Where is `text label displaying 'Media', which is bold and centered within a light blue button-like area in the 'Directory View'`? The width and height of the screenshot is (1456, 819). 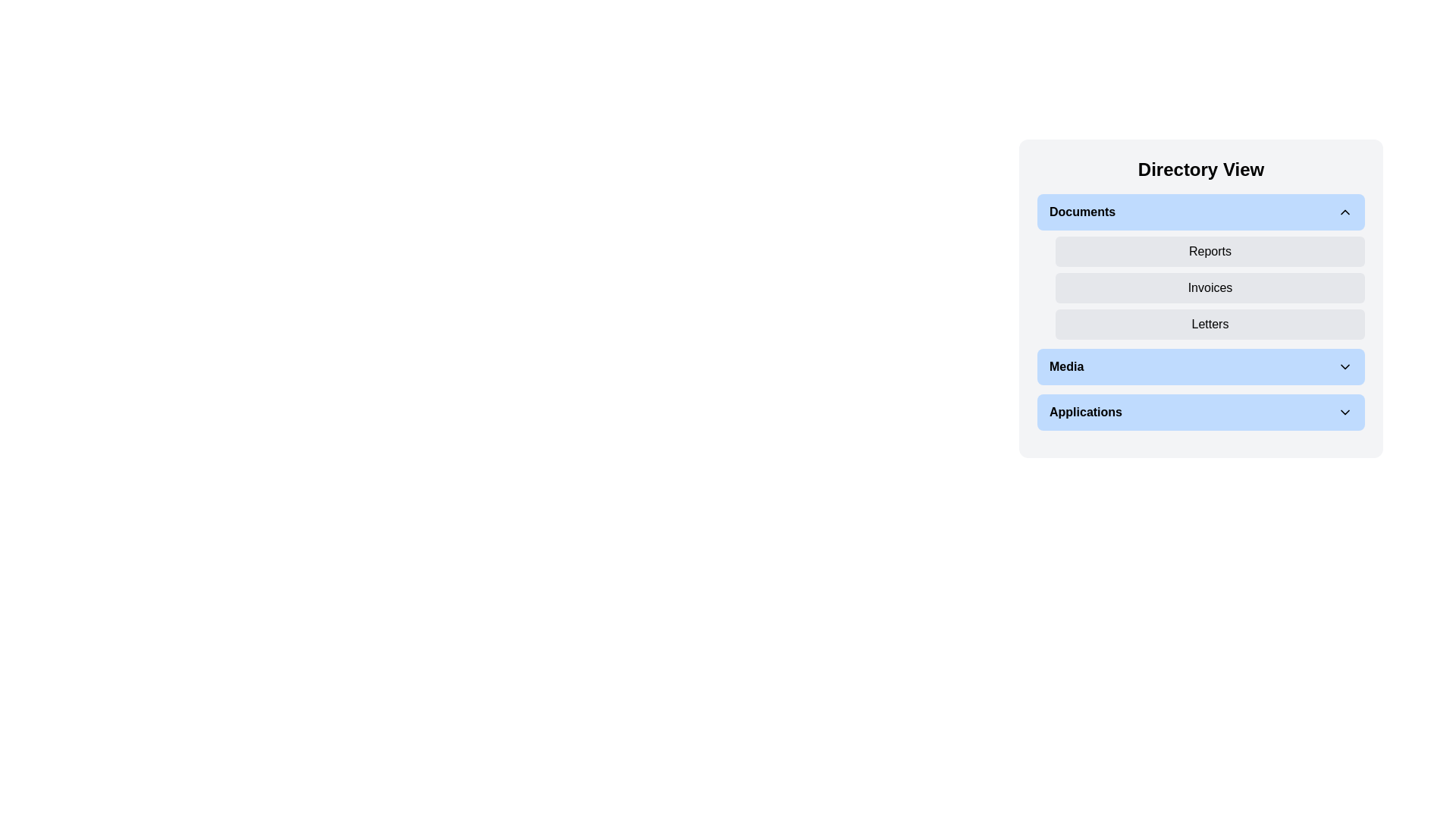 text label displaying 'Media', which is bold and centered within a light blue button-like area in the 'Directory View' is located at coordinates (1065, 366).